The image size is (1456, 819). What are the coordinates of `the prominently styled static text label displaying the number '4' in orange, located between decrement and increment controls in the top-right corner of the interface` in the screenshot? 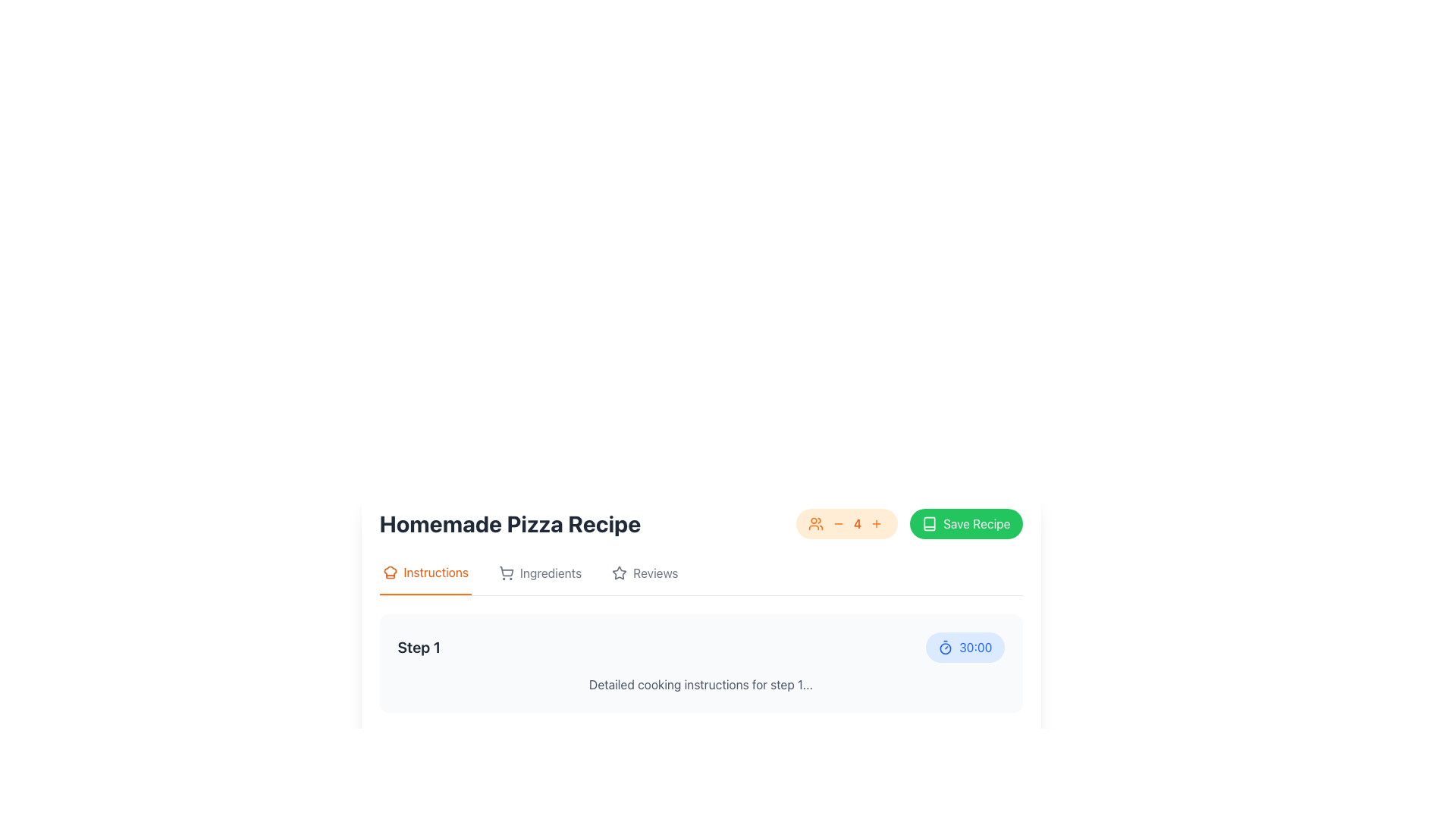 It's located at (857, 522).